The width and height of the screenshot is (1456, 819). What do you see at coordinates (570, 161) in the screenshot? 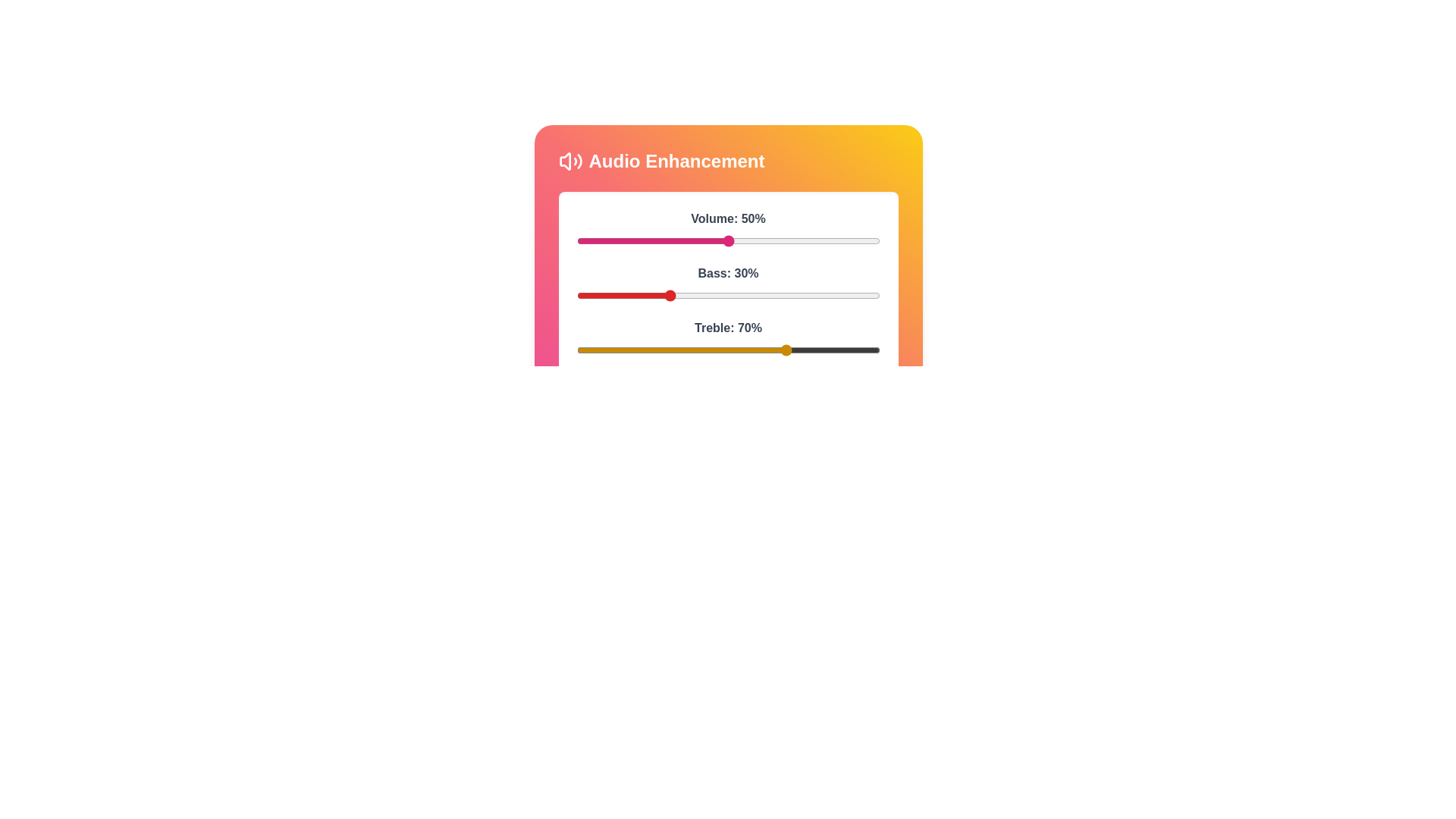
I see `the speaker icon with sound waves on a pink background, located at the top-left corner of the 'Audio Enhancement' section` at bounding box center [570, 161].